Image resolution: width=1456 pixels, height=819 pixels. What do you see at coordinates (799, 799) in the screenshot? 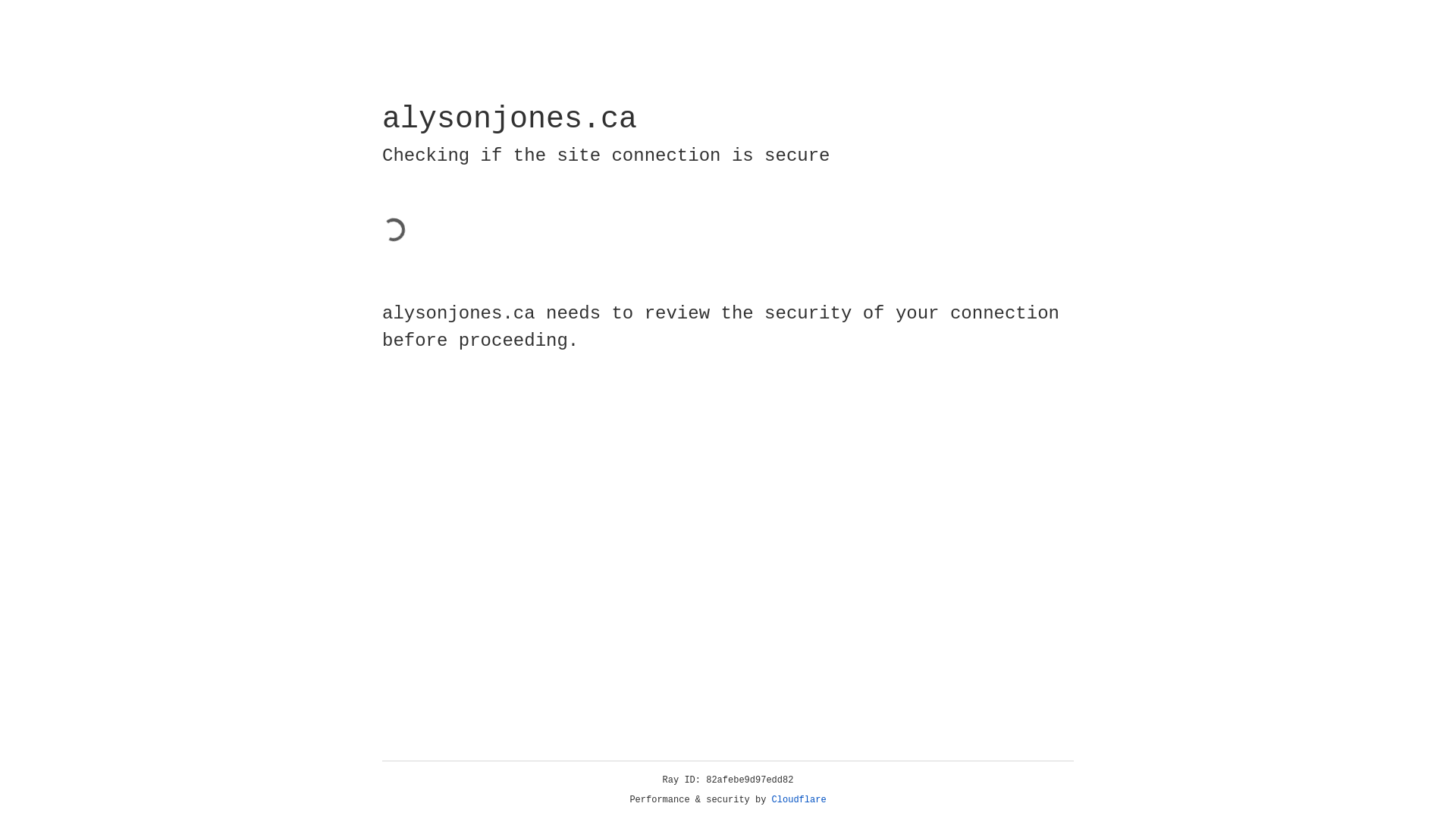
I see `'Cloudflare'` at bounding box center [799, 799].